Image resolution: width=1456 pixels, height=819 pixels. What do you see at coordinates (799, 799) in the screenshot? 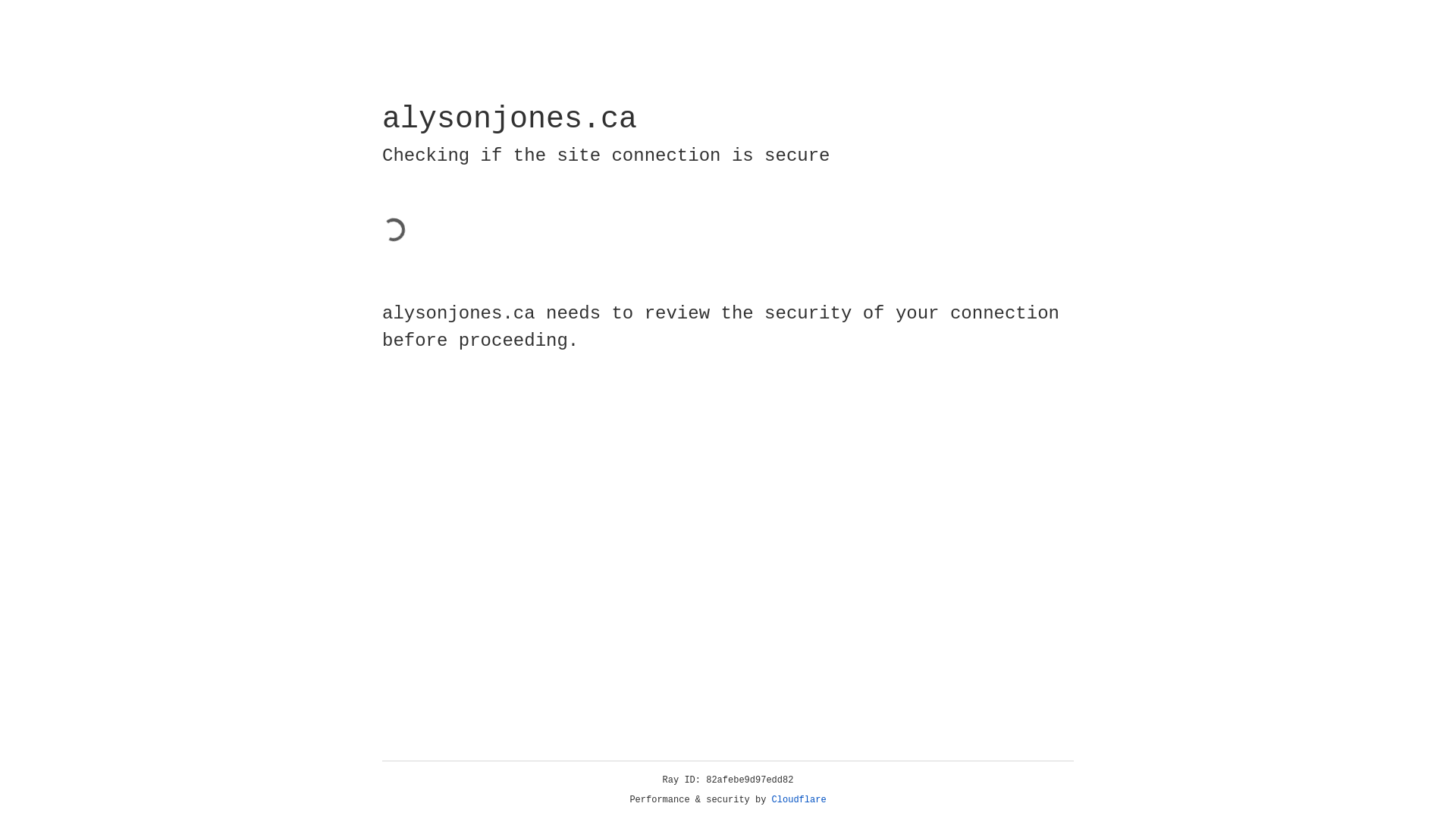
I see `'Cloudflare'` at bounding box center [799, 799].